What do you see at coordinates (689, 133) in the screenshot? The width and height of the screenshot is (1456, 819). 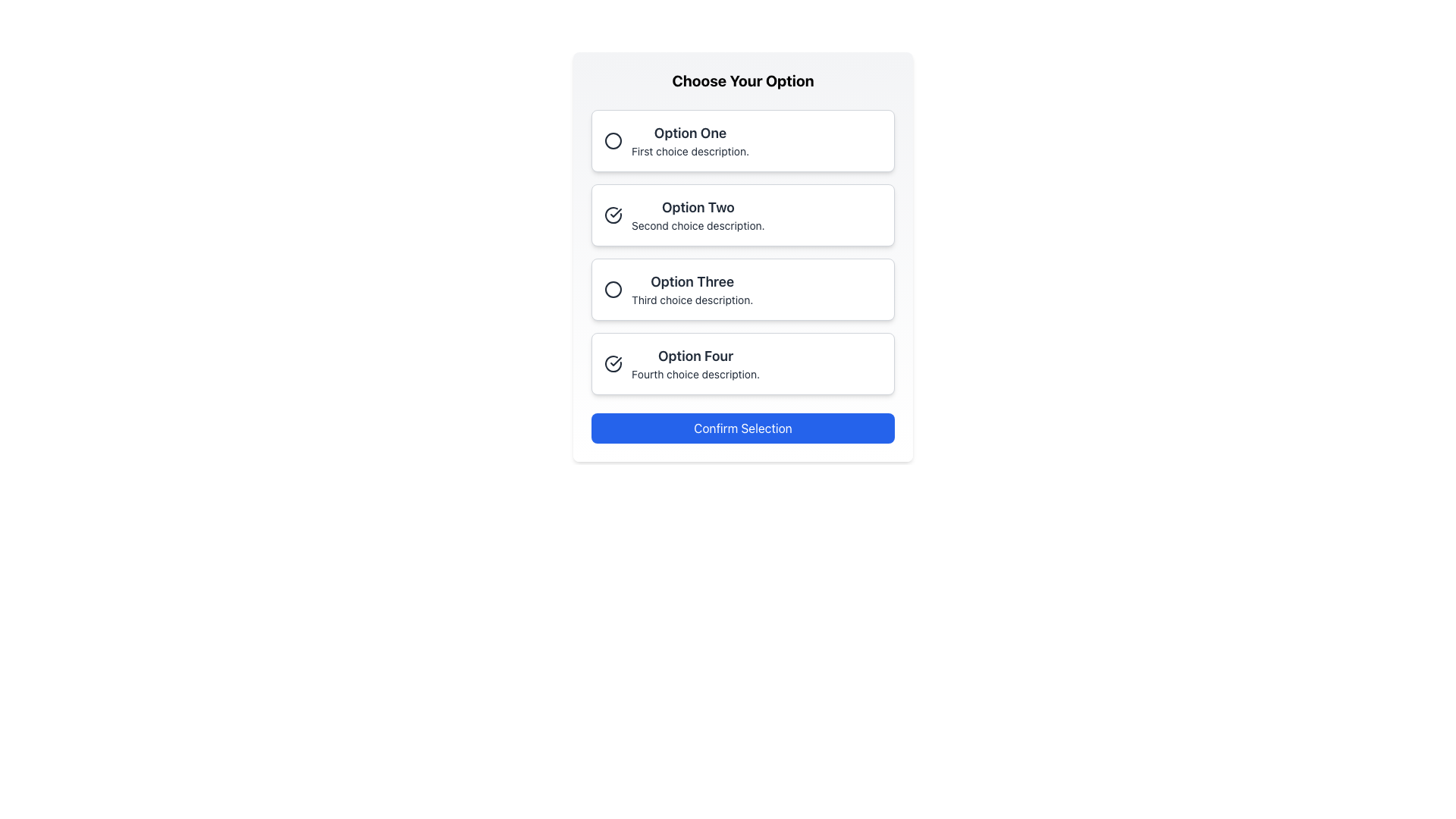 I see `the text label 'Option One' which is styled in bold and larger font, located at the top of a selection list component` at bounding box center [689, 133].